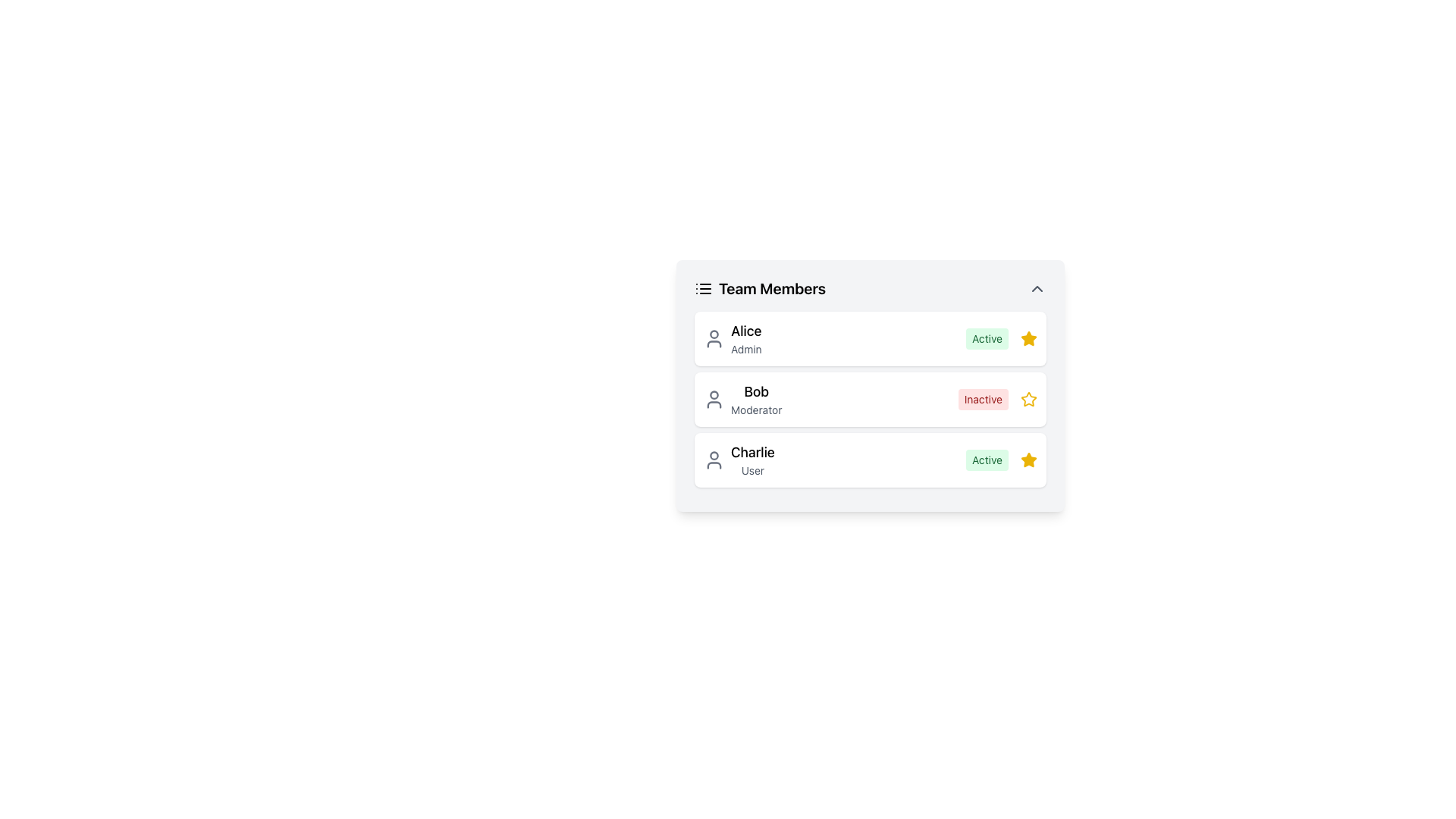 Image resolution: width=1456 pixels, height=819 pixels. Describe the element at coordinates (1028, 397) in the screenshot. I see `the star icon in the row corresponding to user 'Bob'` at that location.